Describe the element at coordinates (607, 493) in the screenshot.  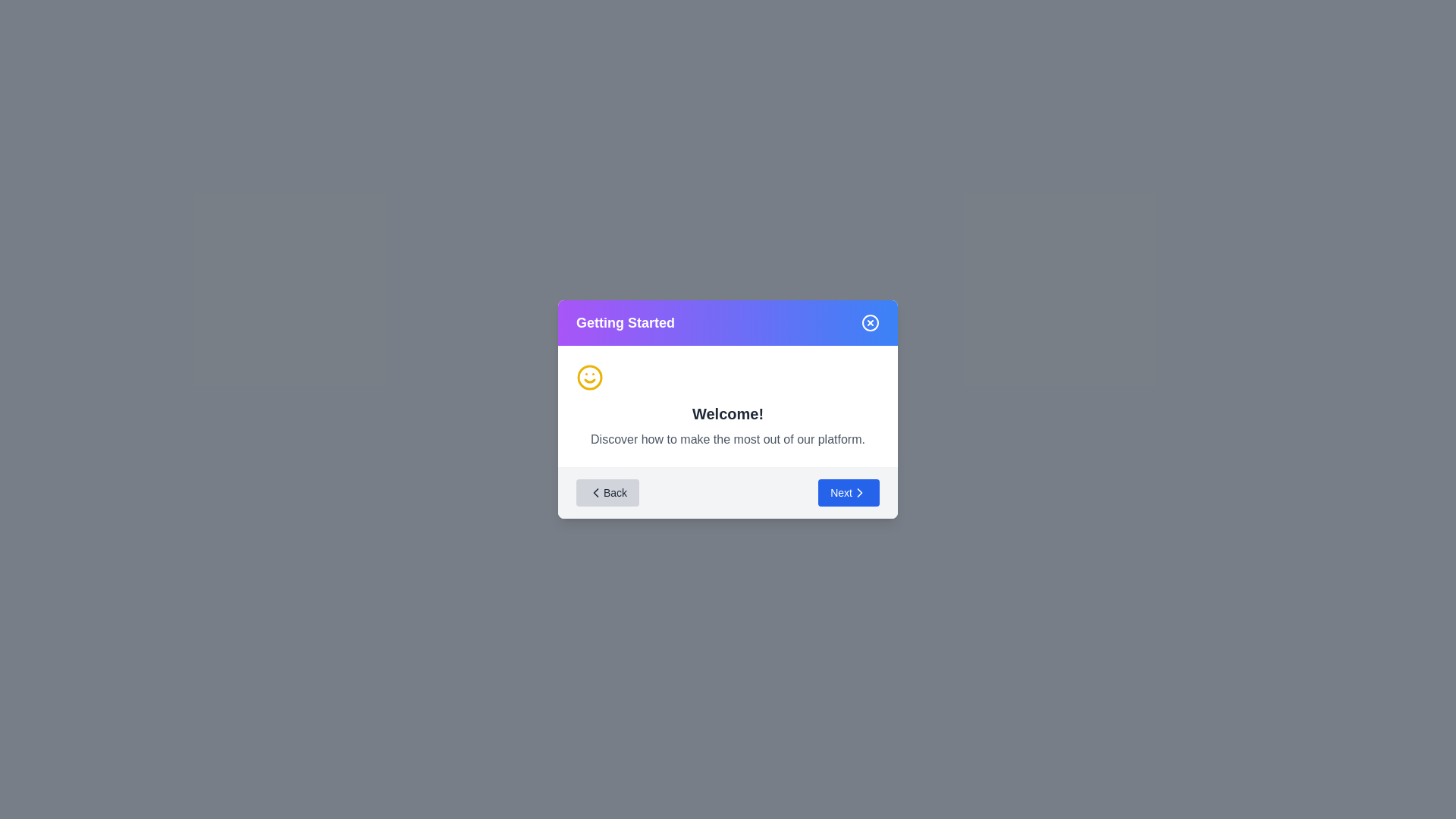
I see `the 'Back' button with a light gray background and darker gray text, located in the bottom-left corner of the modal dialog` at that location.